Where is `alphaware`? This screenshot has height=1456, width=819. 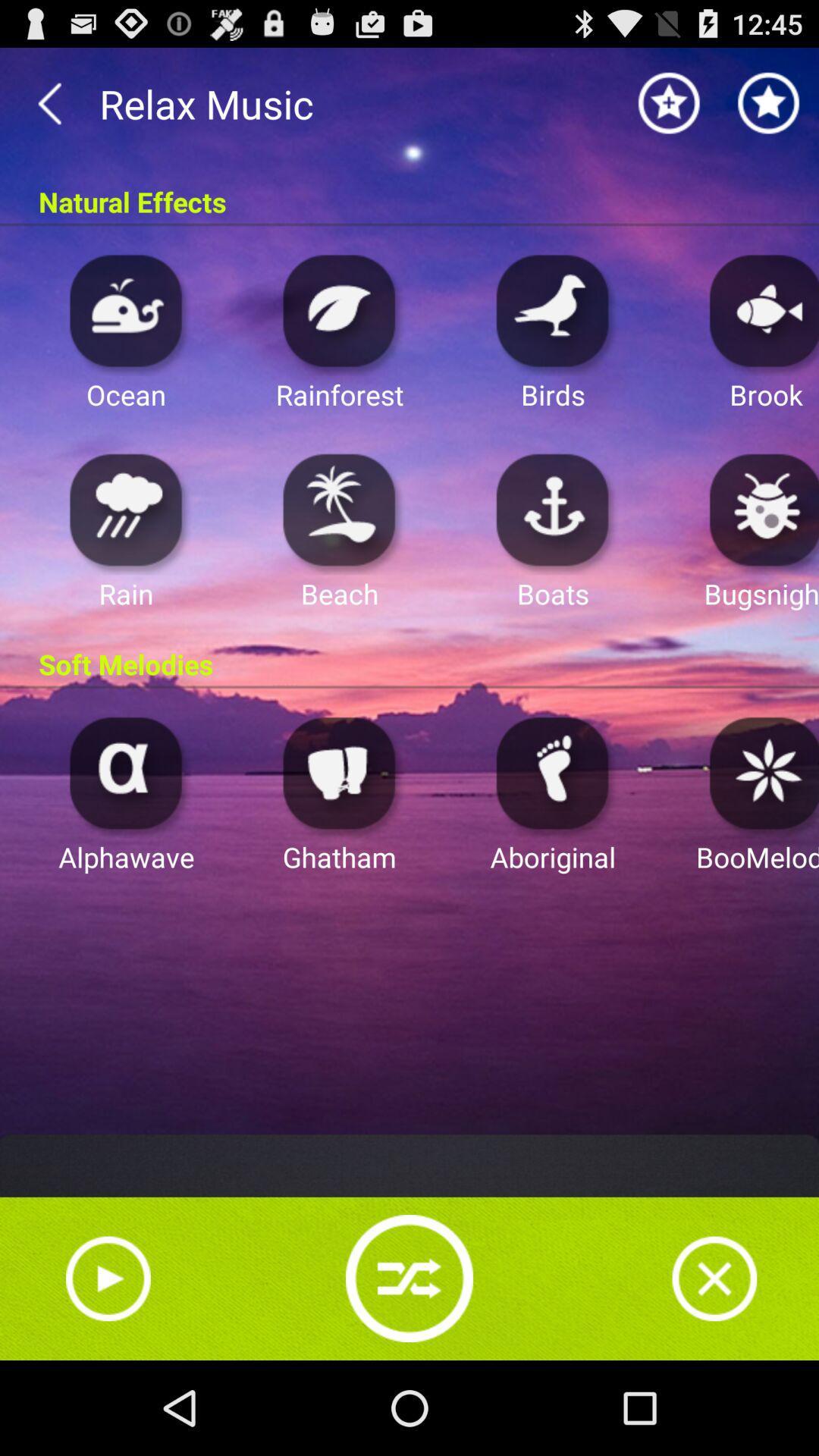 alphaware is located at coordinates (125, 772).